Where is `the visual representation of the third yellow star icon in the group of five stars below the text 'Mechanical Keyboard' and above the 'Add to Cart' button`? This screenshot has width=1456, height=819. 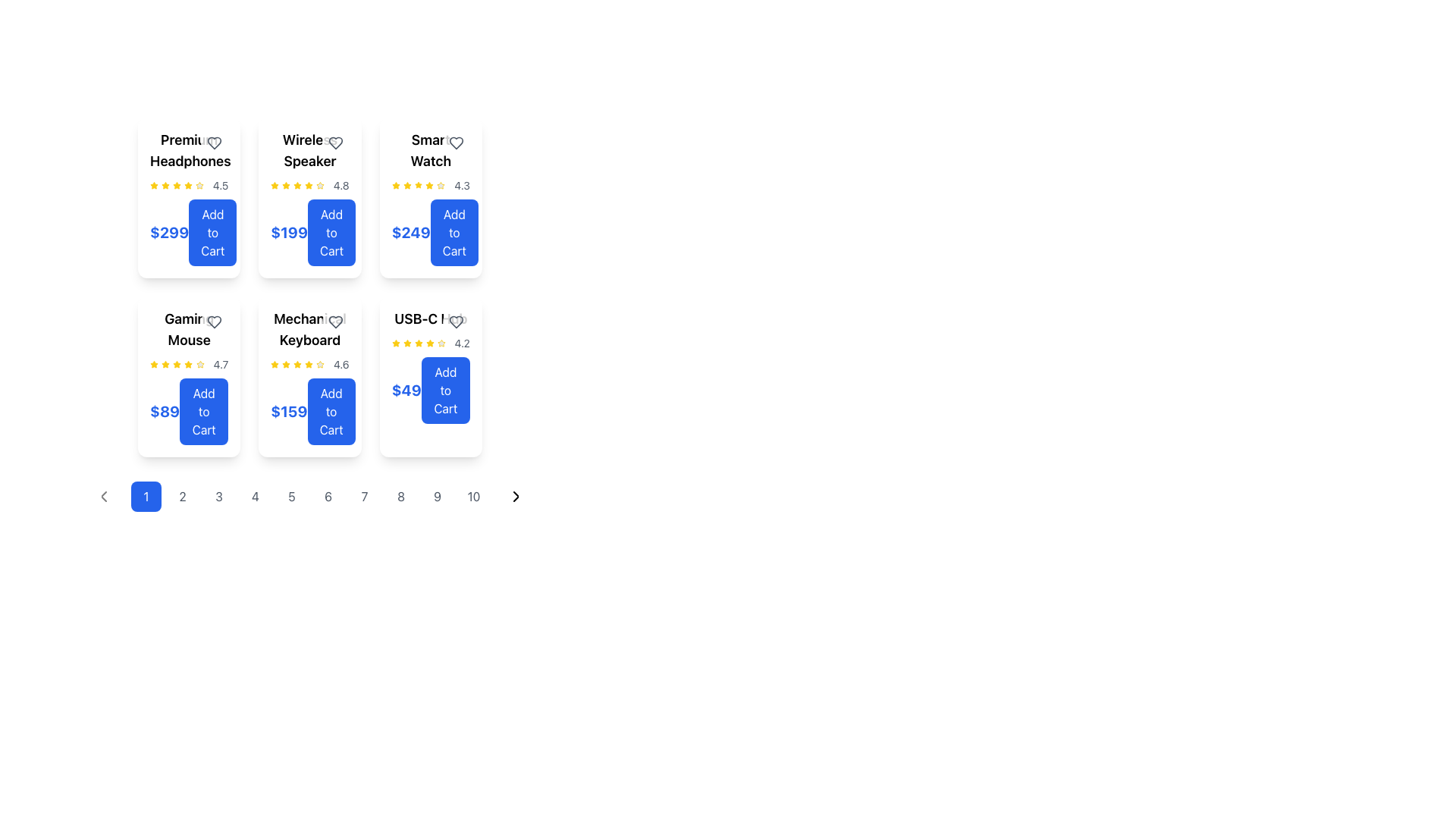 the visual representation of the third yellow star icon in the group of five stars below the text 'Mechanical Keyboard' and above the 'Add to Cart' button is located at coordinates (286, 365).